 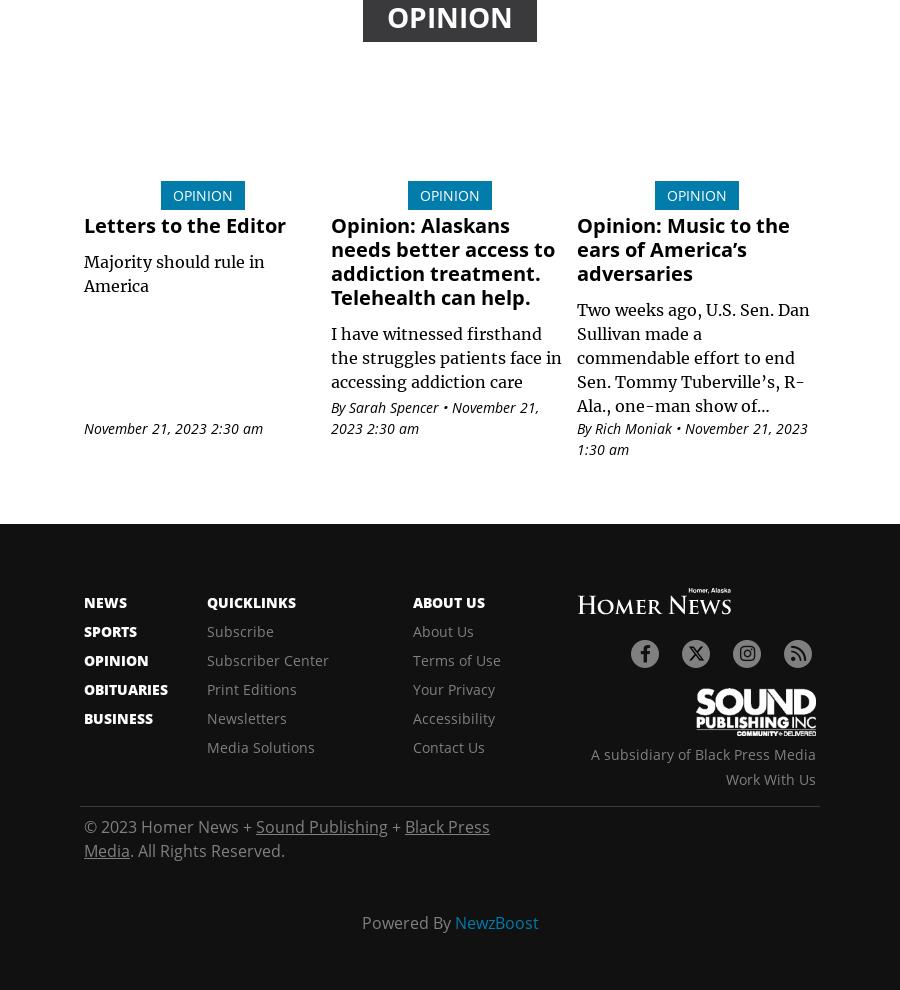 What do you see at coordinates (769, 779) in the screenshot?
I see `'Work With Us'` at bounding box center [769, 779].